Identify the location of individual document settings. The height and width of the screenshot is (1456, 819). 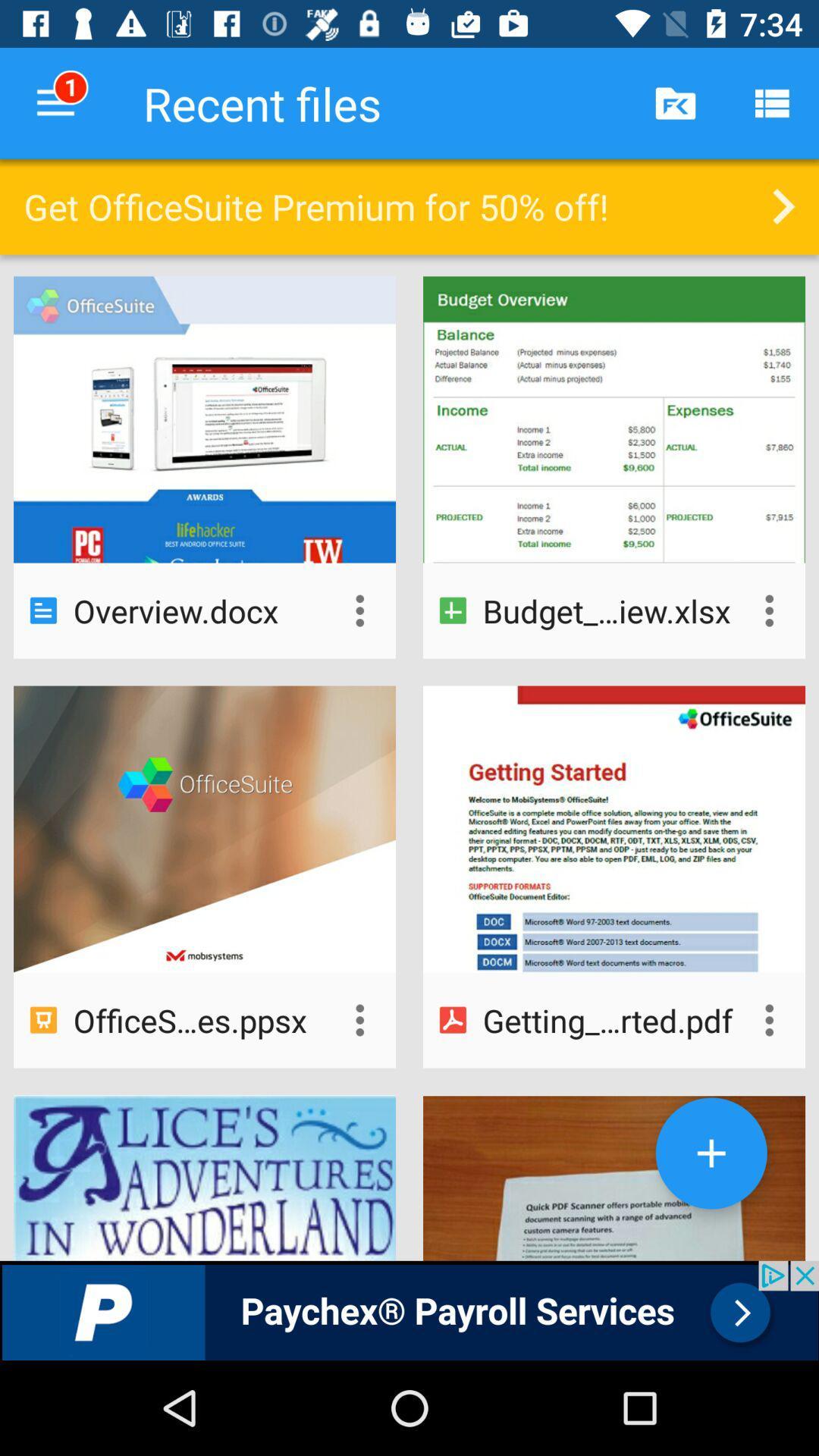
(769, 610).